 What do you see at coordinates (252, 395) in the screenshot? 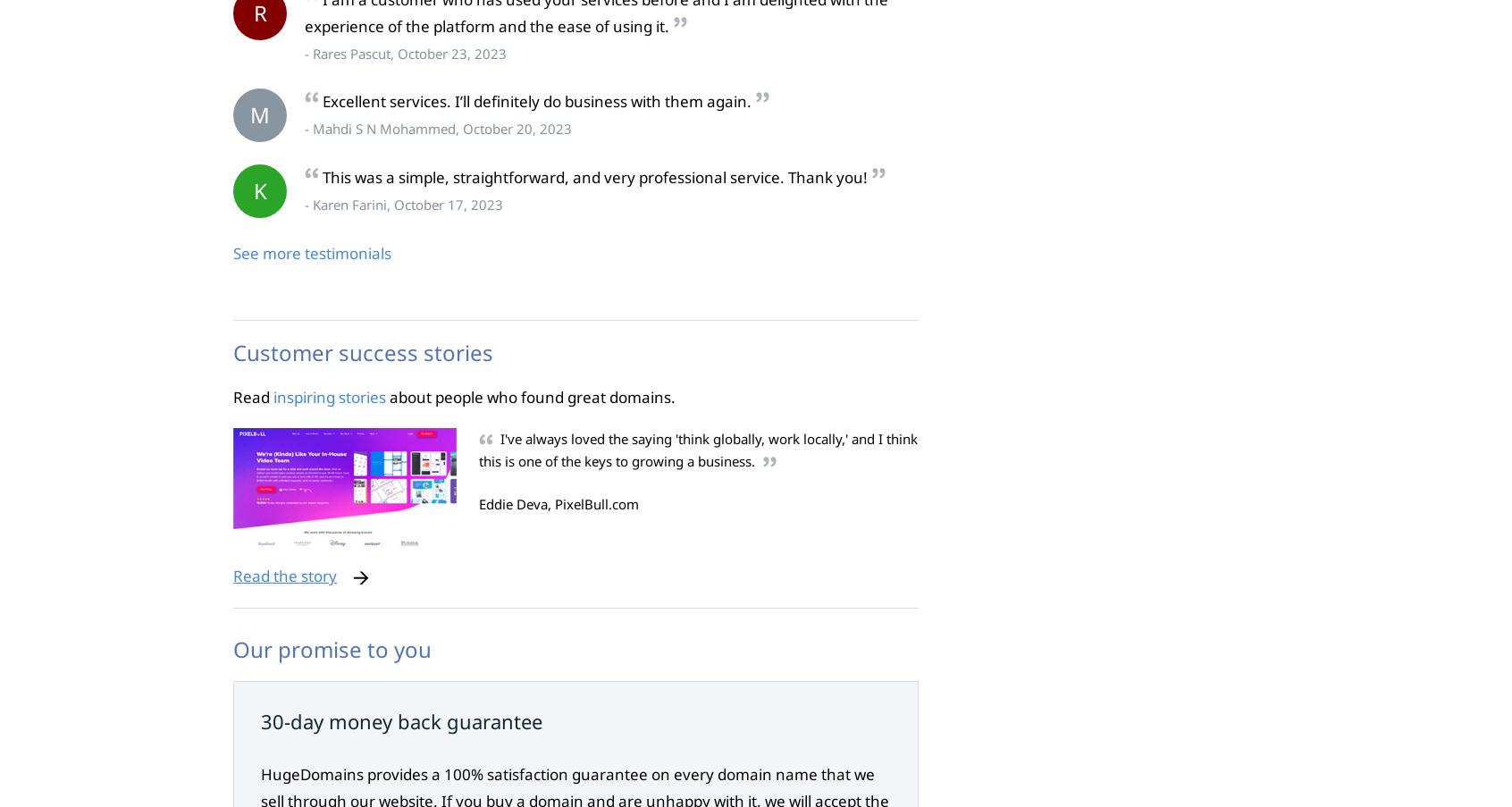
I see `'Read'` at bounding box center [252, 395].